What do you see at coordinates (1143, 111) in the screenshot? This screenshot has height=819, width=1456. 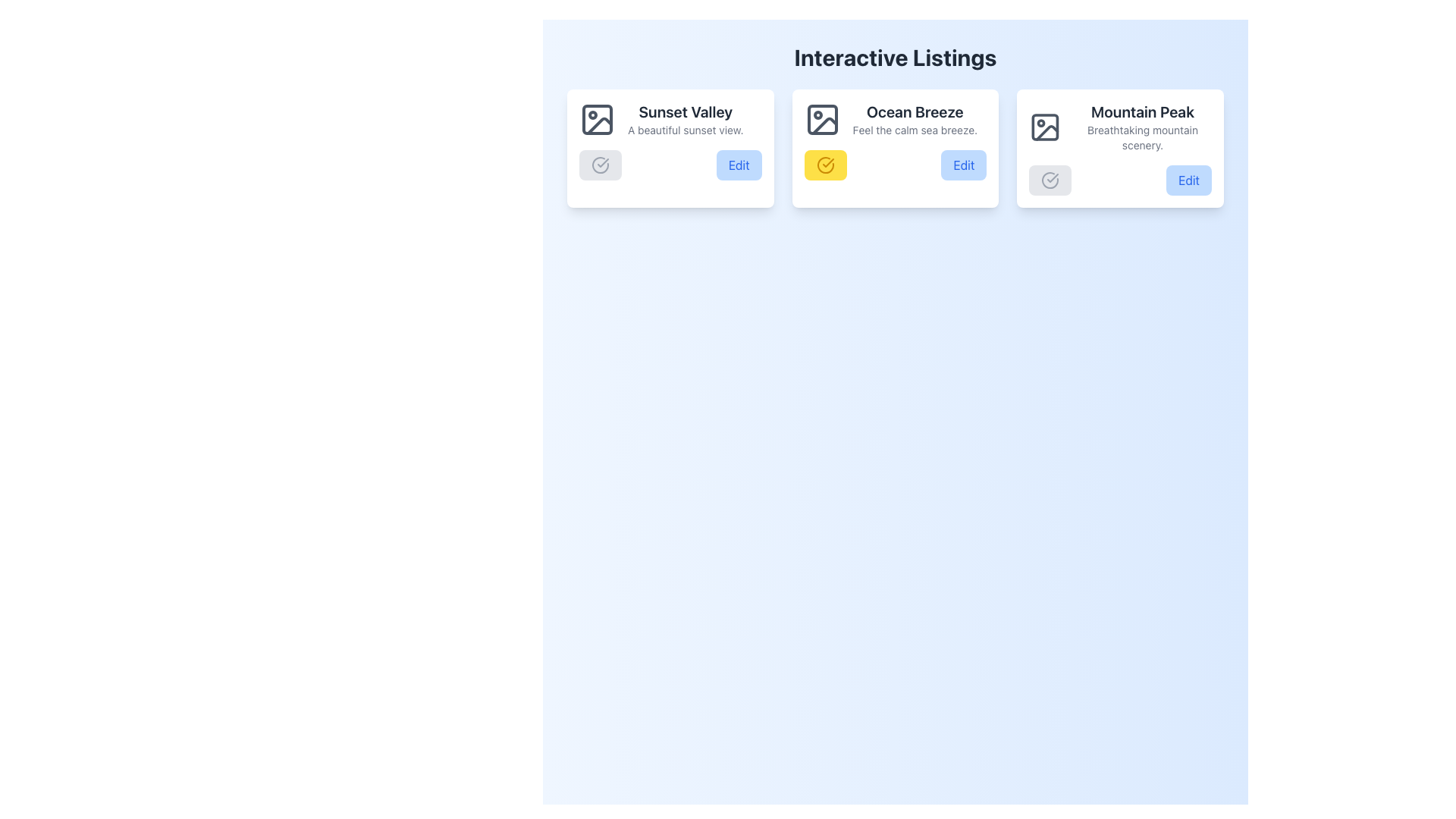 I see `the Text Label that serves as the title for the card labeled 'Mountain Peak', located in the top-right corner above the description text` at bounding box center [1143, 111].